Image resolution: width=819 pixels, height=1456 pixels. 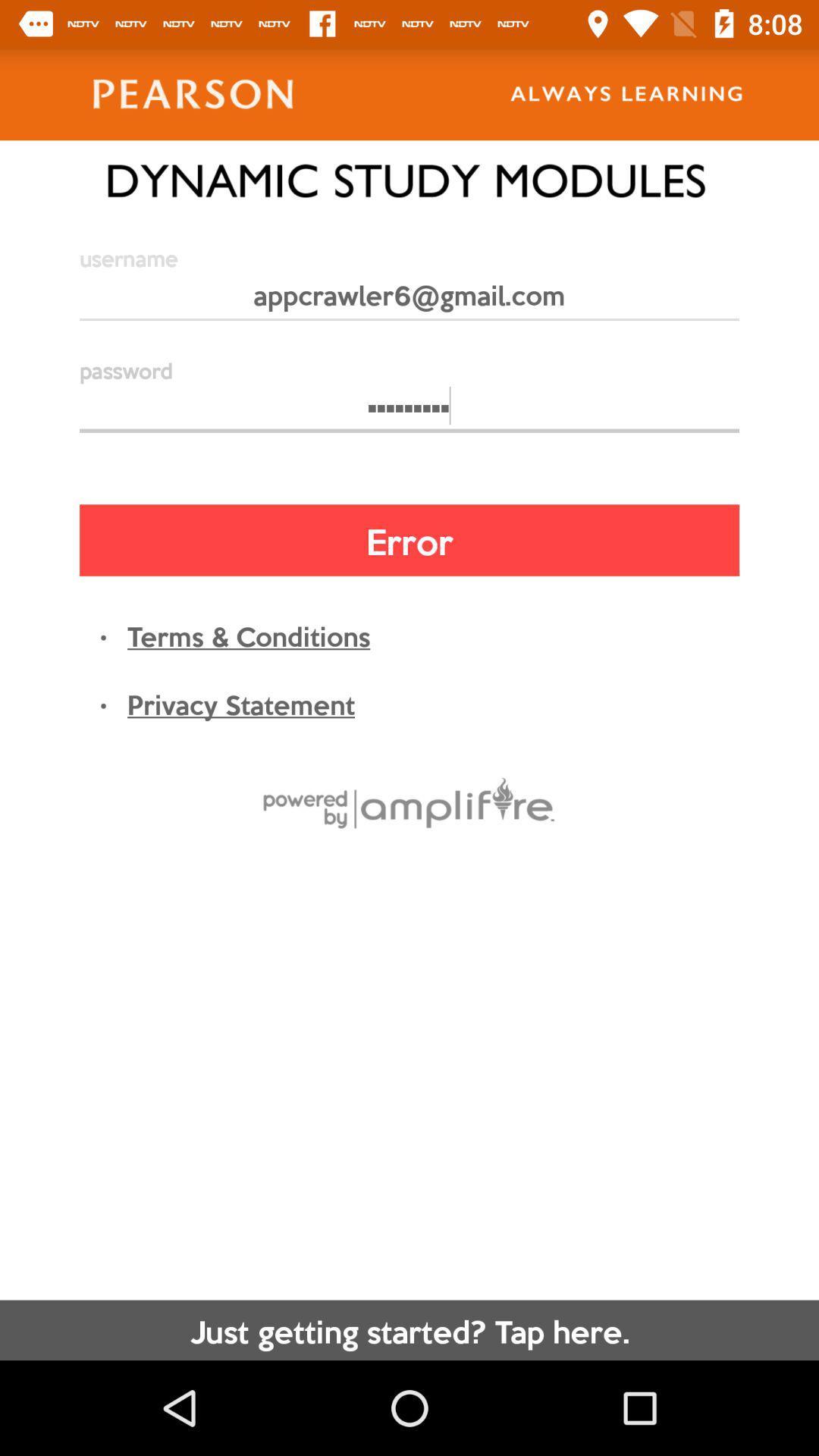 I want to click on the just getting started button, so click(x=409, y=1329).